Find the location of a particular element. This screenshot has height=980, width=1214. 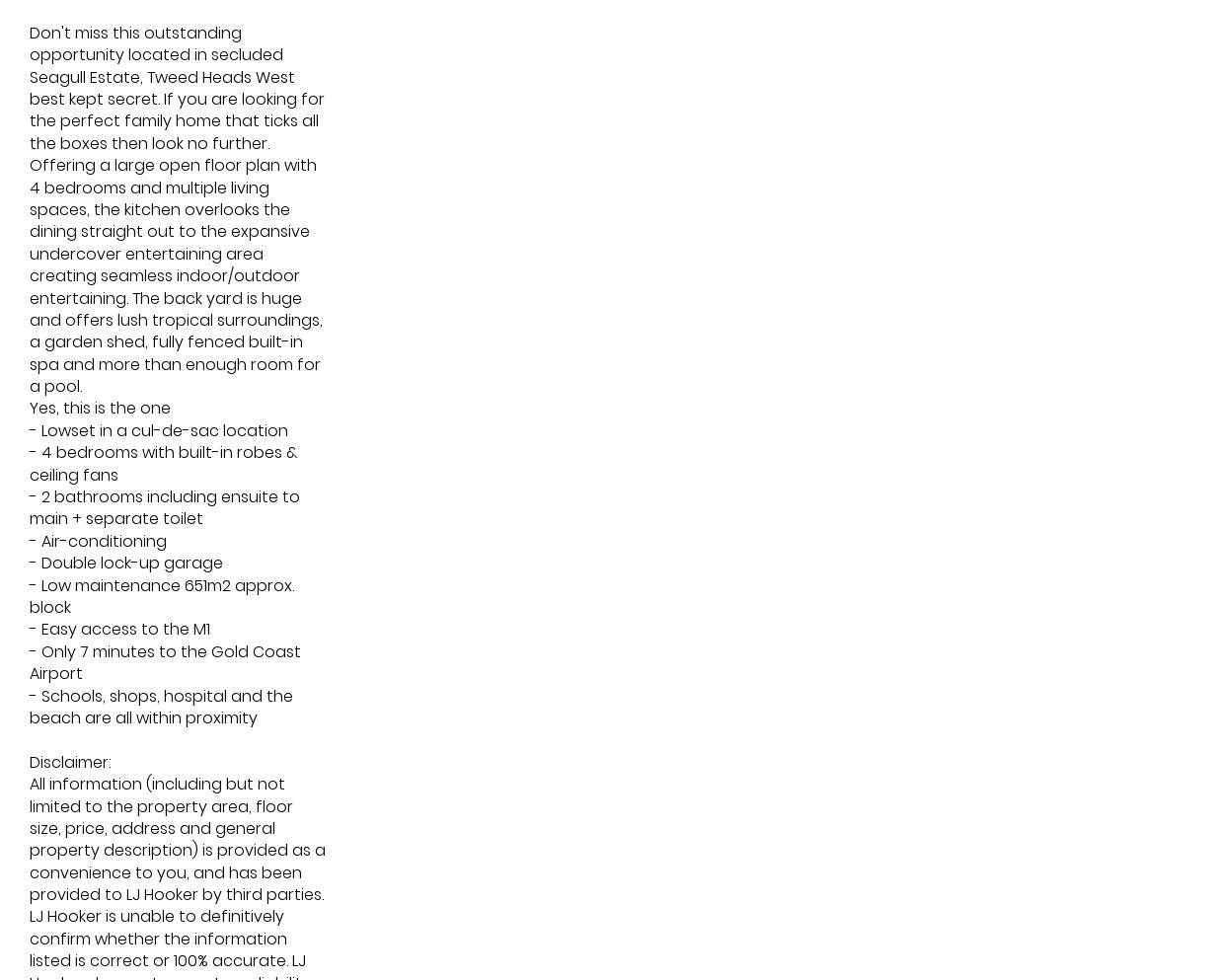

'3' is located at coordinates (443, 513).